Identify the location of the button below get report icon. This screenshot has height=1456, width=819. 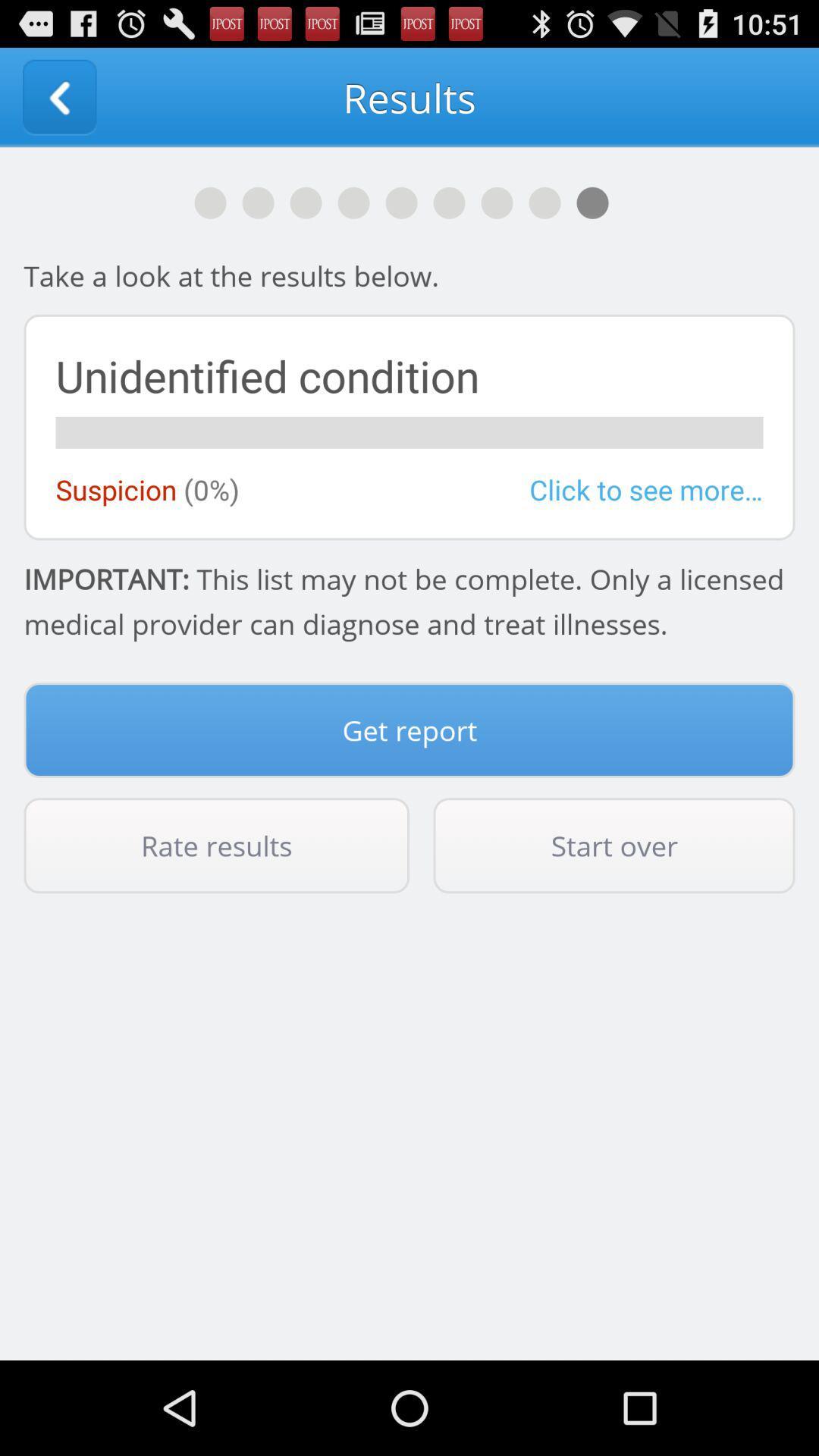
(216, 845).